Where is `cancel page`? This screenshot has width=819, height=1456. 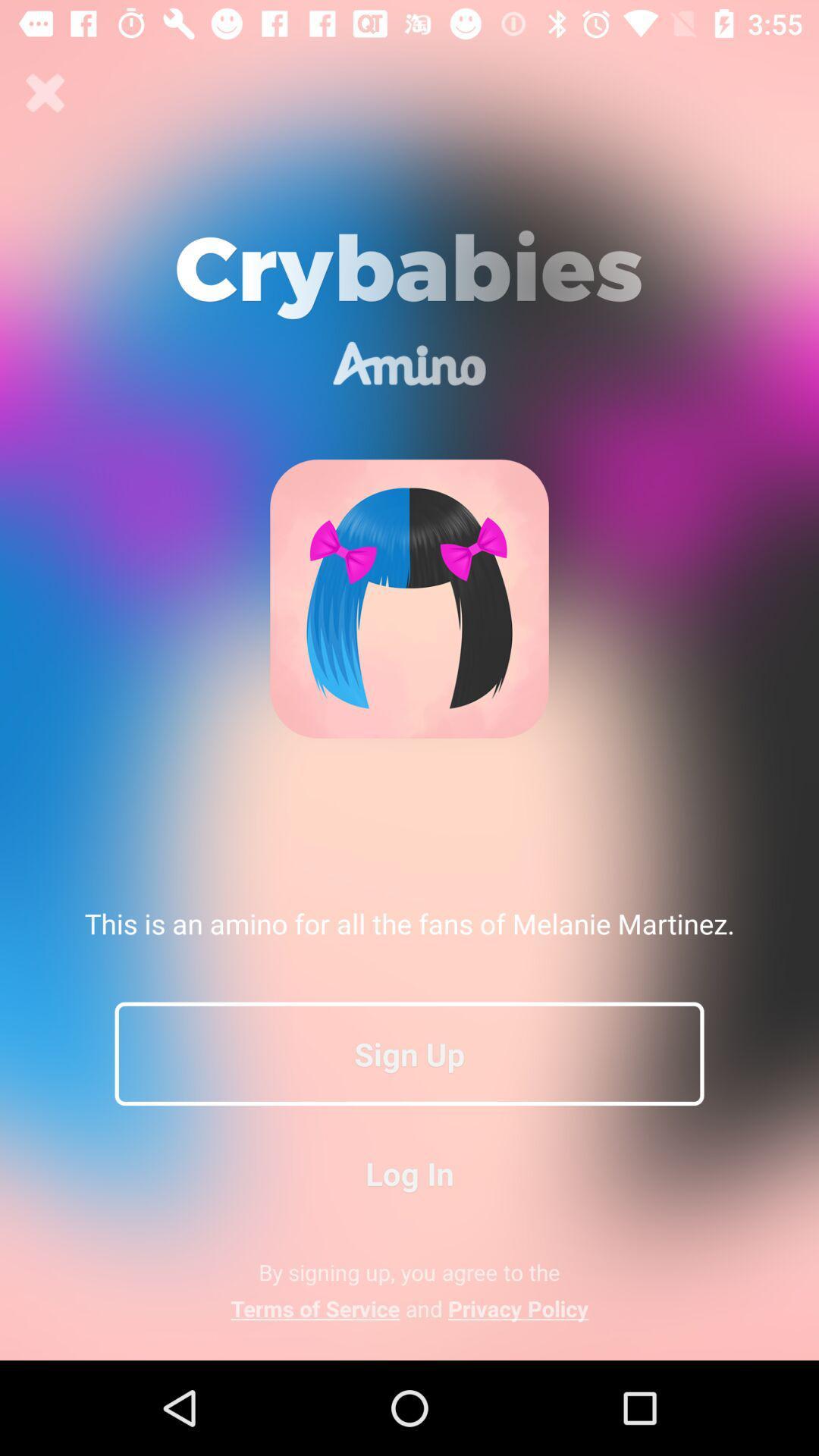
cancel page is located at coordinates (45, 93).